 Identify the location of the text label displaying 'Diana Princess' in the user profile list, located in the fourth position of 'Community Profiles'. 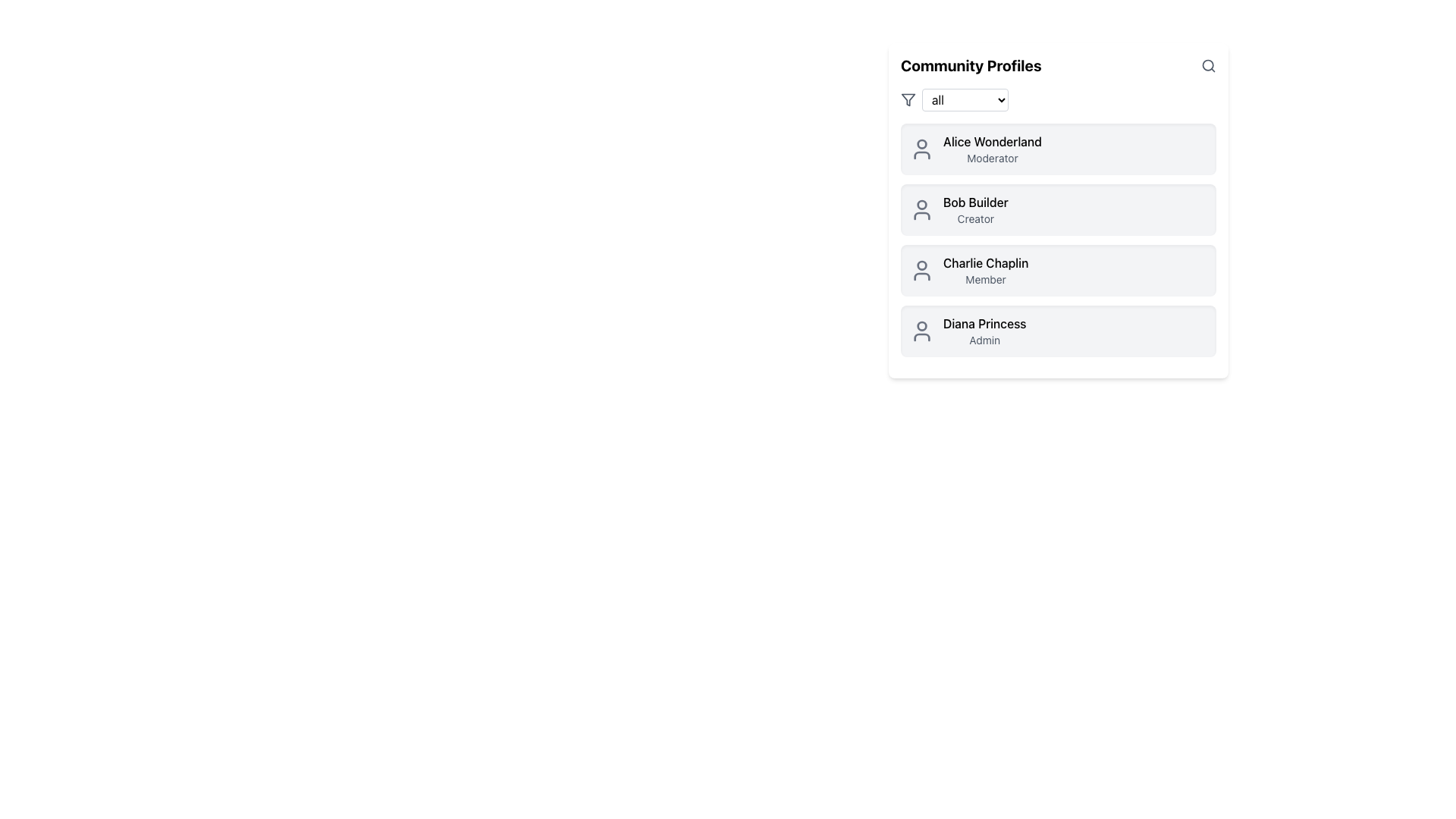
(984, 323).